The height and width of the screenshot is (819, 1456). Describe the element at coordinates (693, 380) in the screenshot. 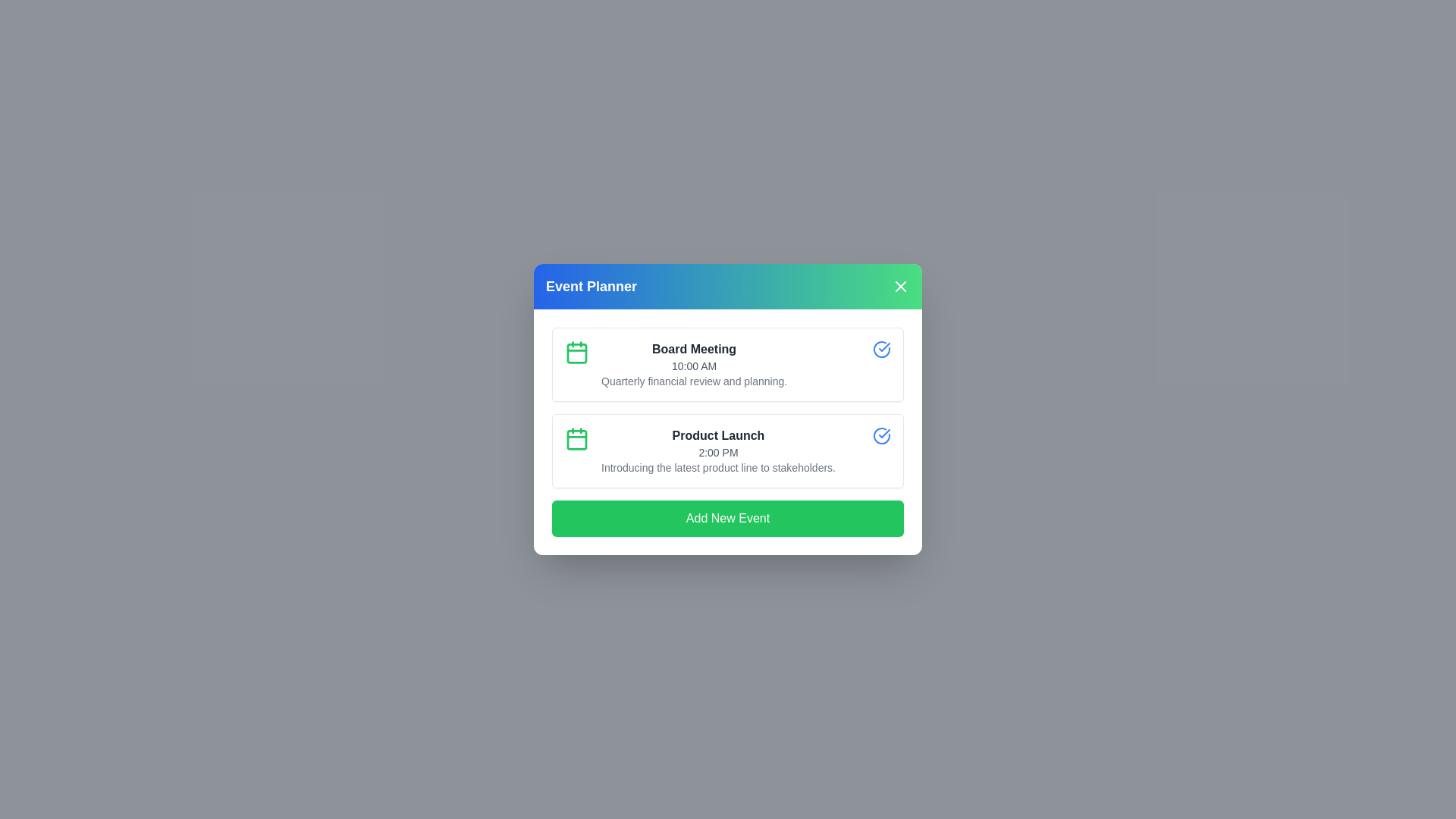

I see `text content of the static label displaying 'Quarterly financial review and planning.' located below the title 'Board Meeting' and timestamp '10:00 AM' in the 'Event Planner' panel` at that location.